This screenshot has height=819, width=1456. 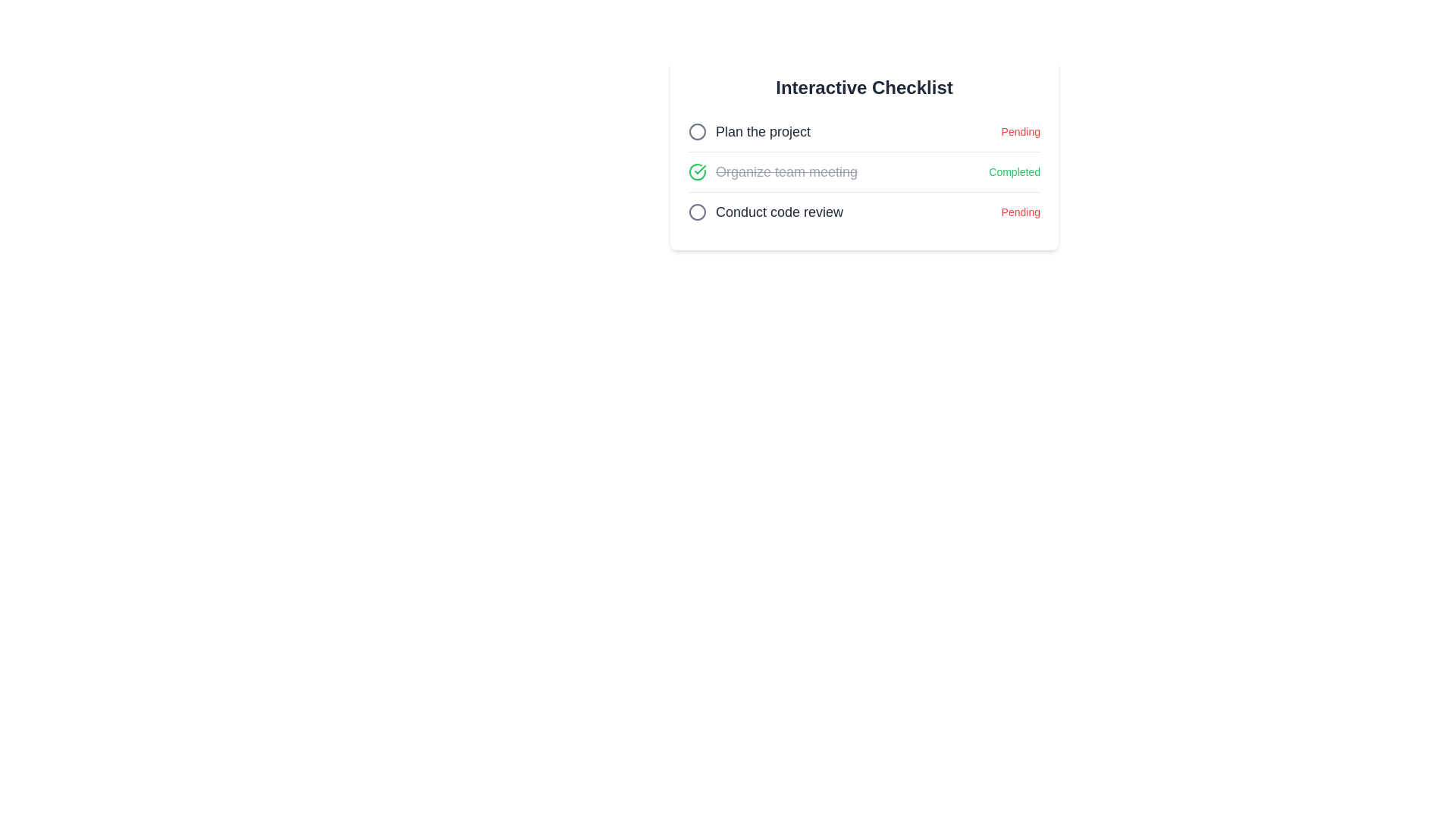 I want to click on the text element that reads 'Plan the project', which is the first item in the checklist located below the header 'Interactive Checklist', so click(x=763, y=130).